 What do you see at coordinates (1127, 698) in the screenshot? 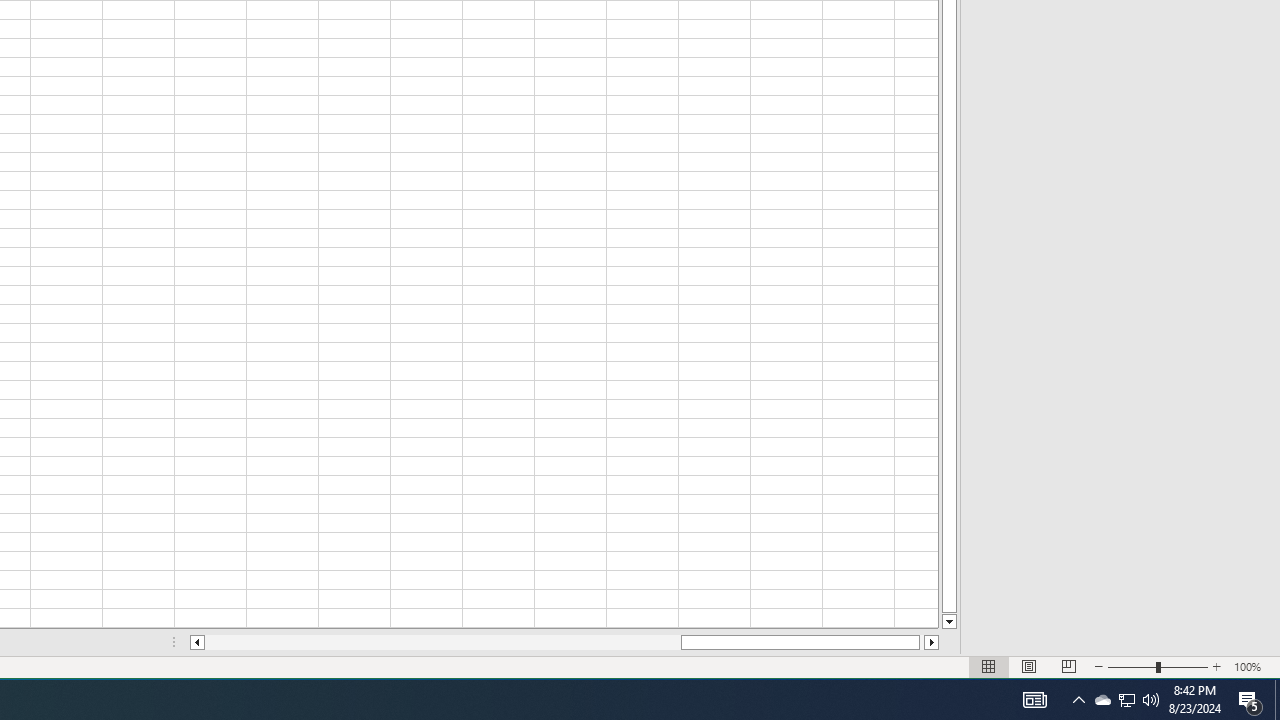
I see `'User Promoted Notification Area'` at bounding box center [1127, 698].